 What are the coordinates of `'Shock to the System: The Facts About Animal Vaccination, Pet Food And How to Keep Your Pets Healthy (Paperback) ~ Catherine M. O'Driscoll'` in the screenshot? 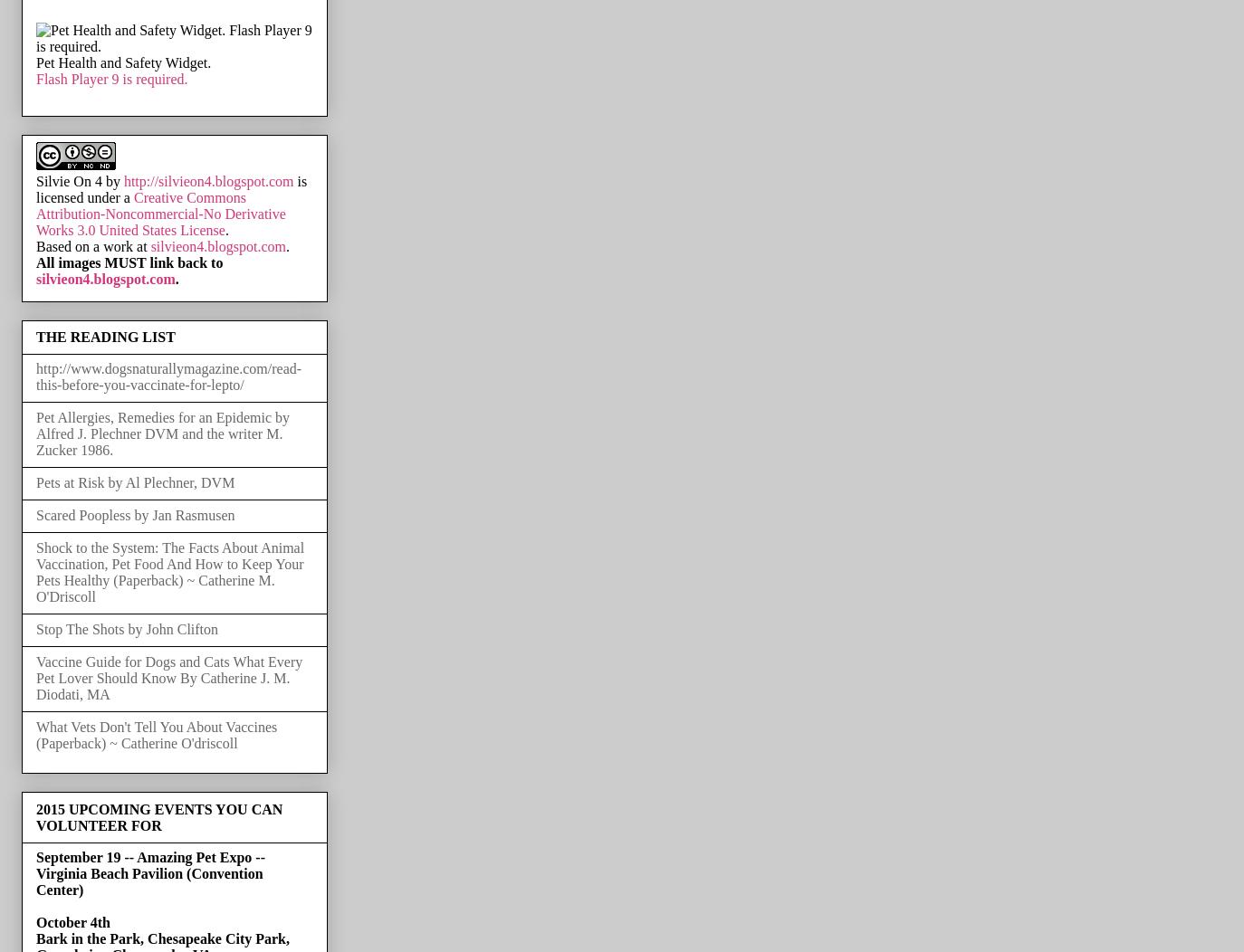 It's located at (168, 572).